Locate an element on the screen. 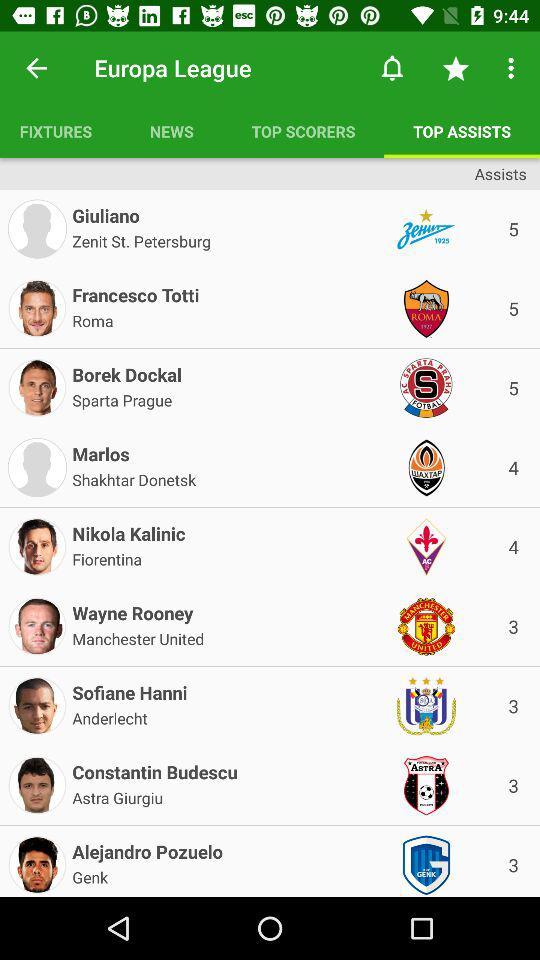 This screenshot has height=960, width=540. item below alejandro pozuelo item is located at coordinates (89, 875).